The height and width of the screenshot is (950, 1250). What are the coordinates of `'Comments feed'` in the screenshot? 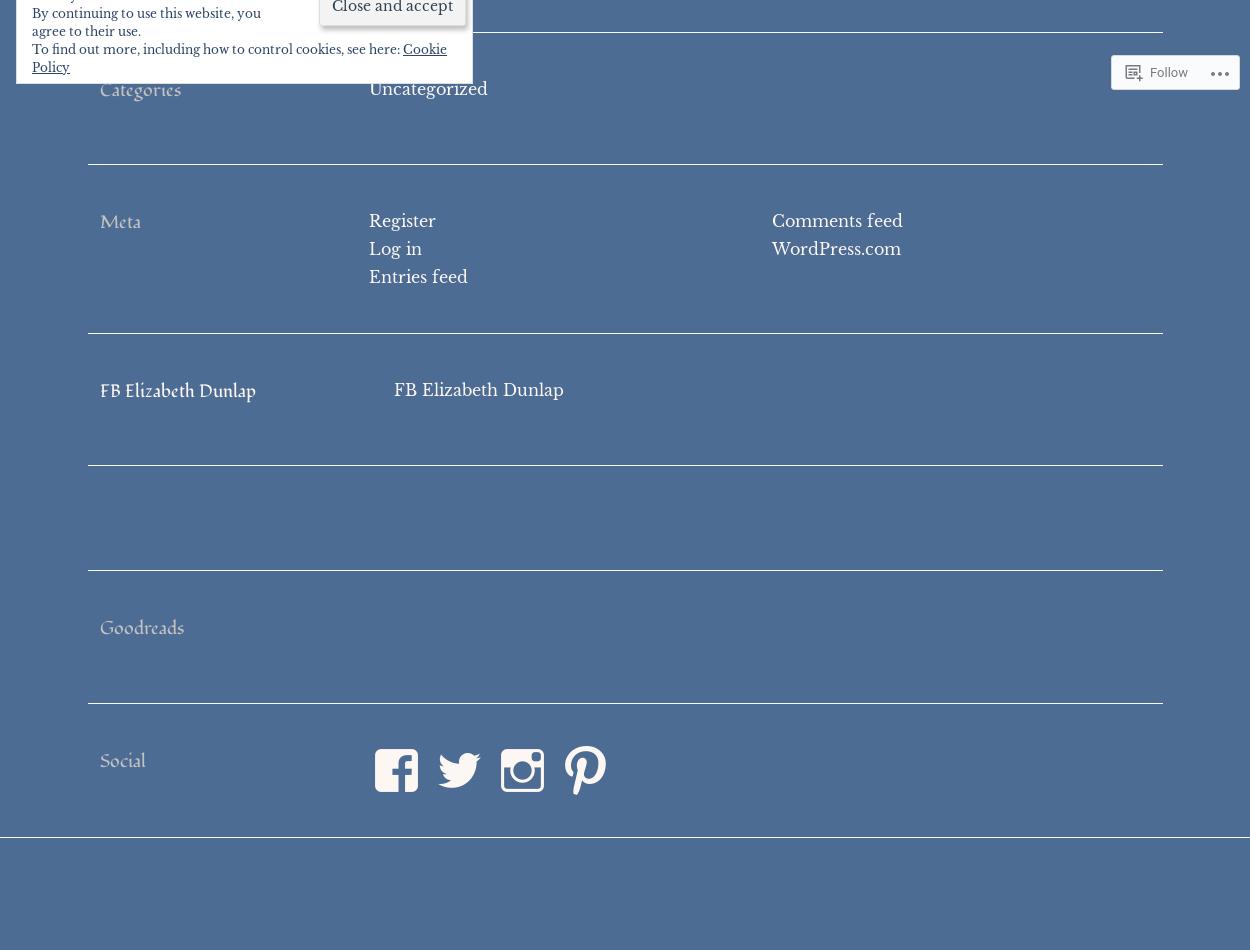 It's located at (835, 220).